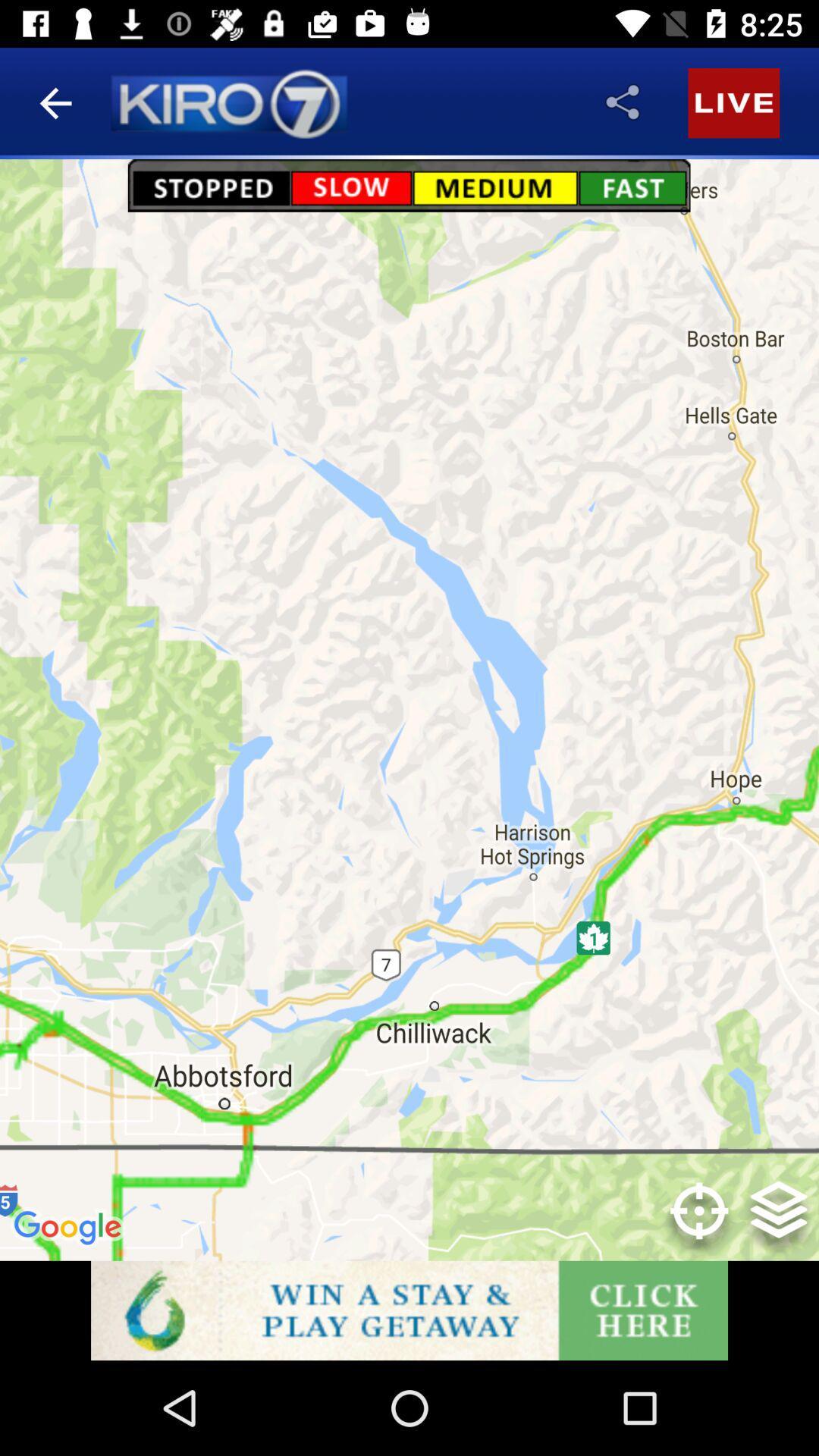 The width and height of the screenshot is (819, 1456). What do you see at coordinates (779, 1221) in the screenshot?
I see `the layers icon` at bounding box center [779, 1221].